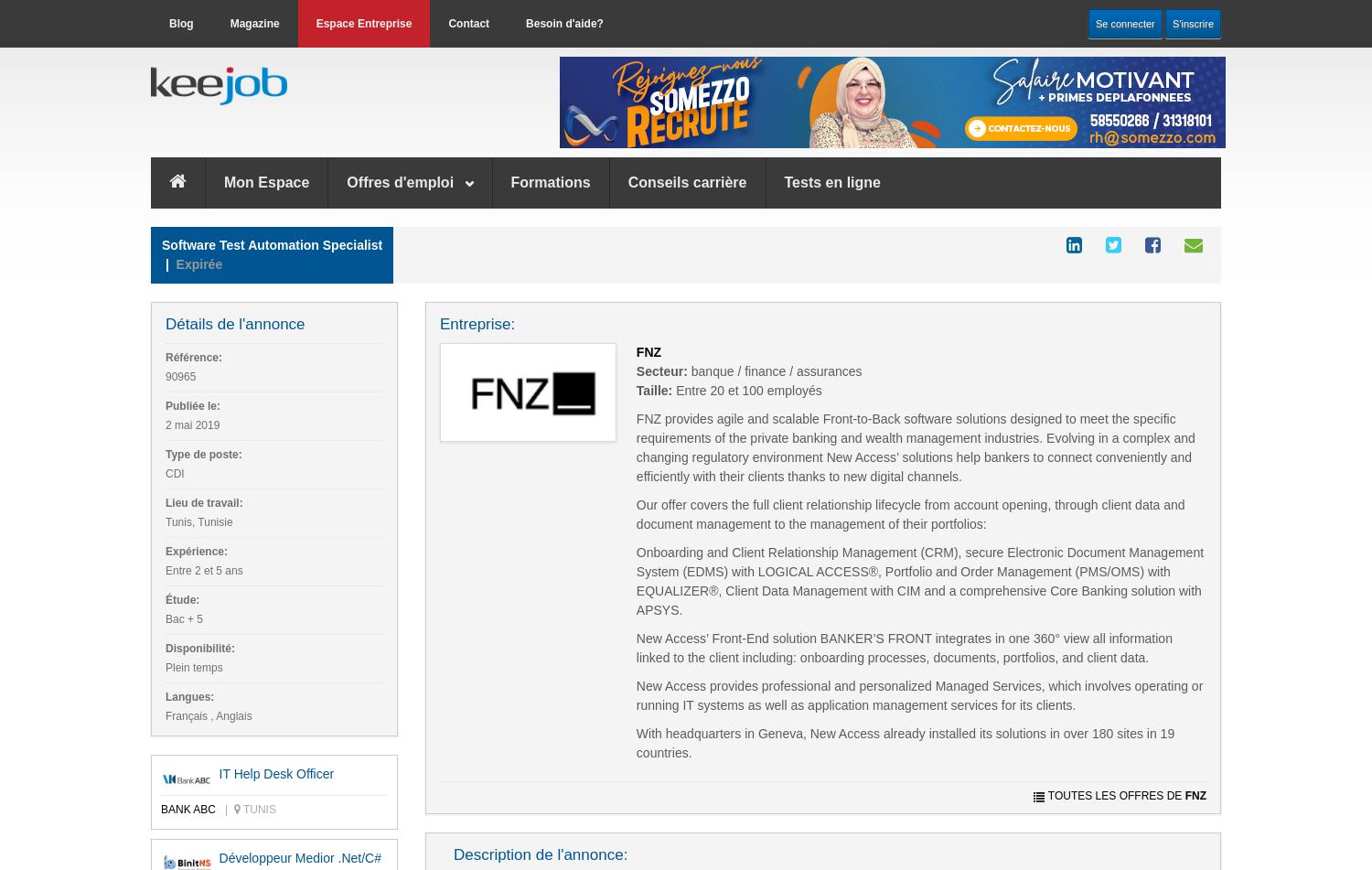 The height and width of the screenshot is (870, 1372). Describe the element at coordinates (919, 579) in the screenshot. I see `'Onboarding and Client Relationship Management (CRM), secure Electronic Document Management System (EDMS) with LOGICAL ACCESS®, Portfolio and Order Management (PMS/OMS) with EQUALIZER®, Client Data Management with CIM and a comprehensive Core Banking solution with APSYS.'` at that location.